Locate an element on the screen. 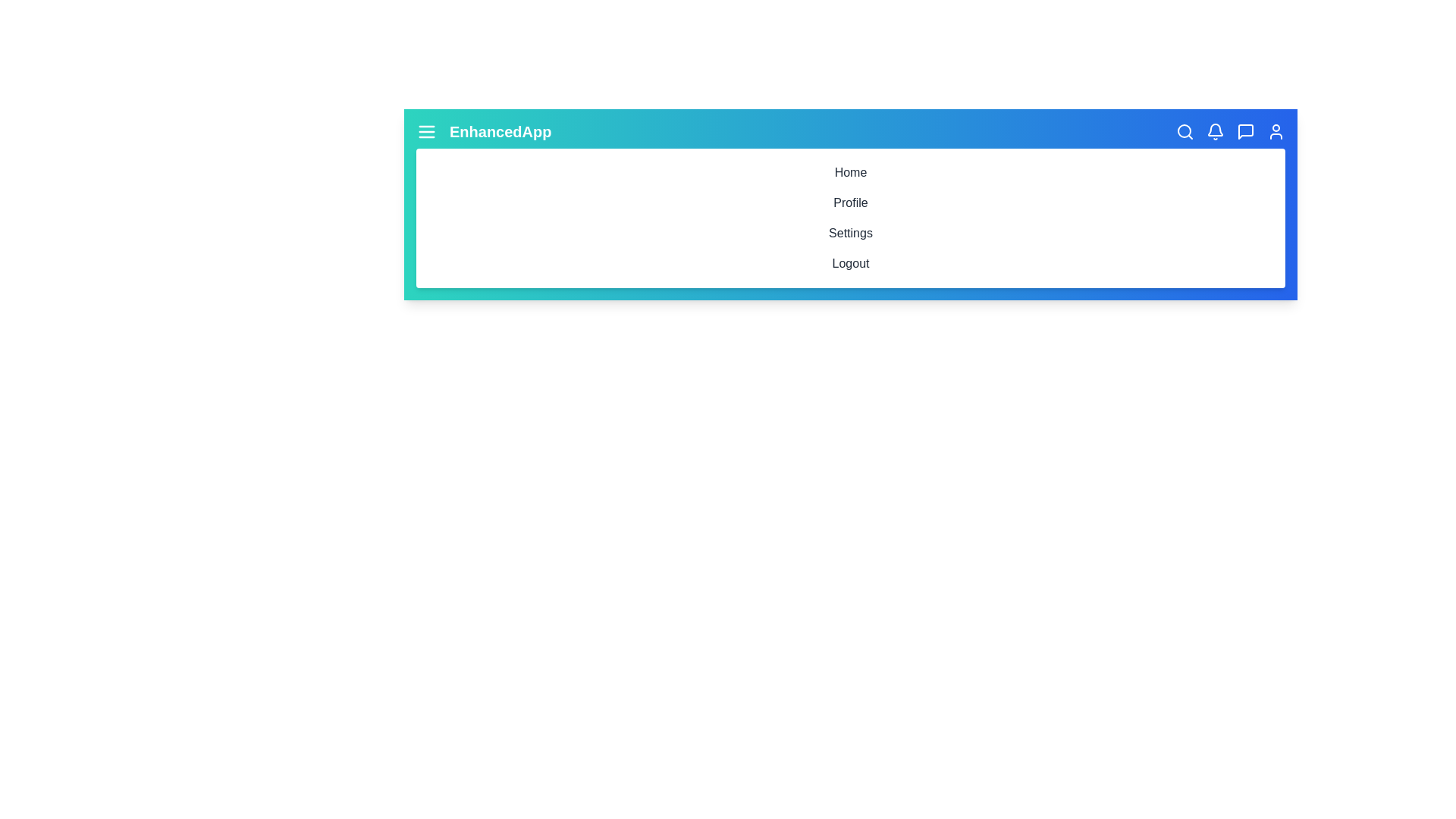  the navigation item Settings in the menu is located at coordinates (851, 234).